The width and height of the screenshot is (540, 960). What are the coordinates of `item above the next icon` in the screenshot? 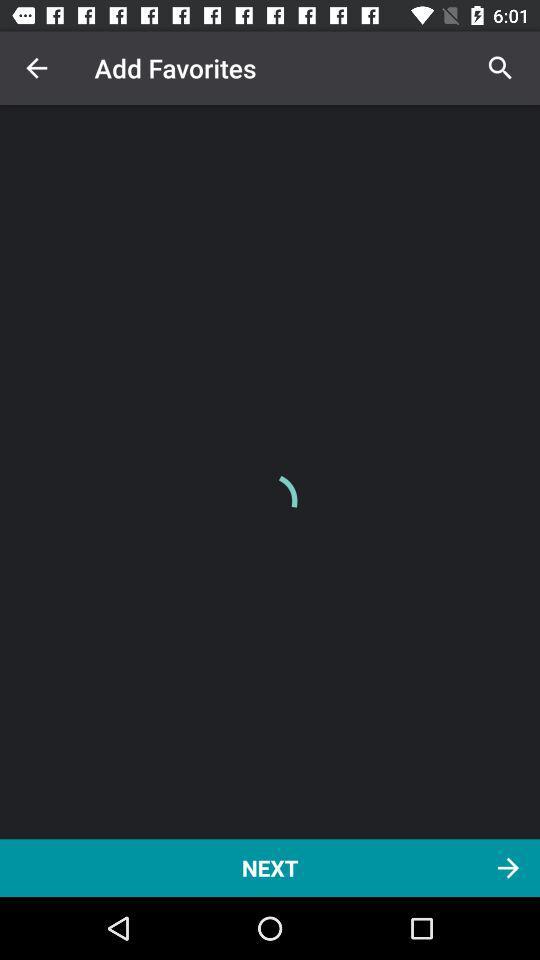 It's located at (499, 68).